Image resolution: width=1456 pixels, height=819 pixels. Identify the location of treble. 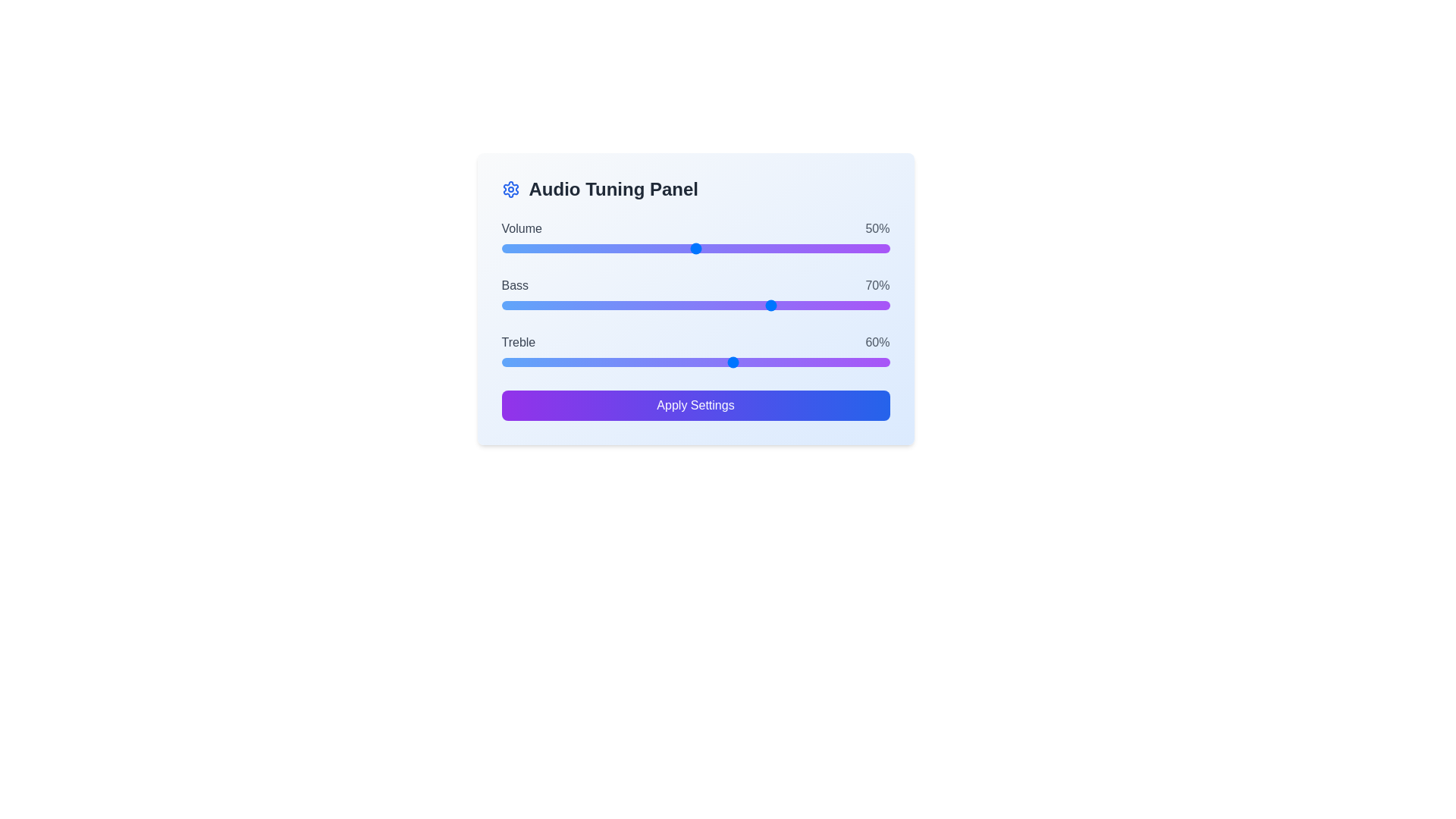
(551, 362).